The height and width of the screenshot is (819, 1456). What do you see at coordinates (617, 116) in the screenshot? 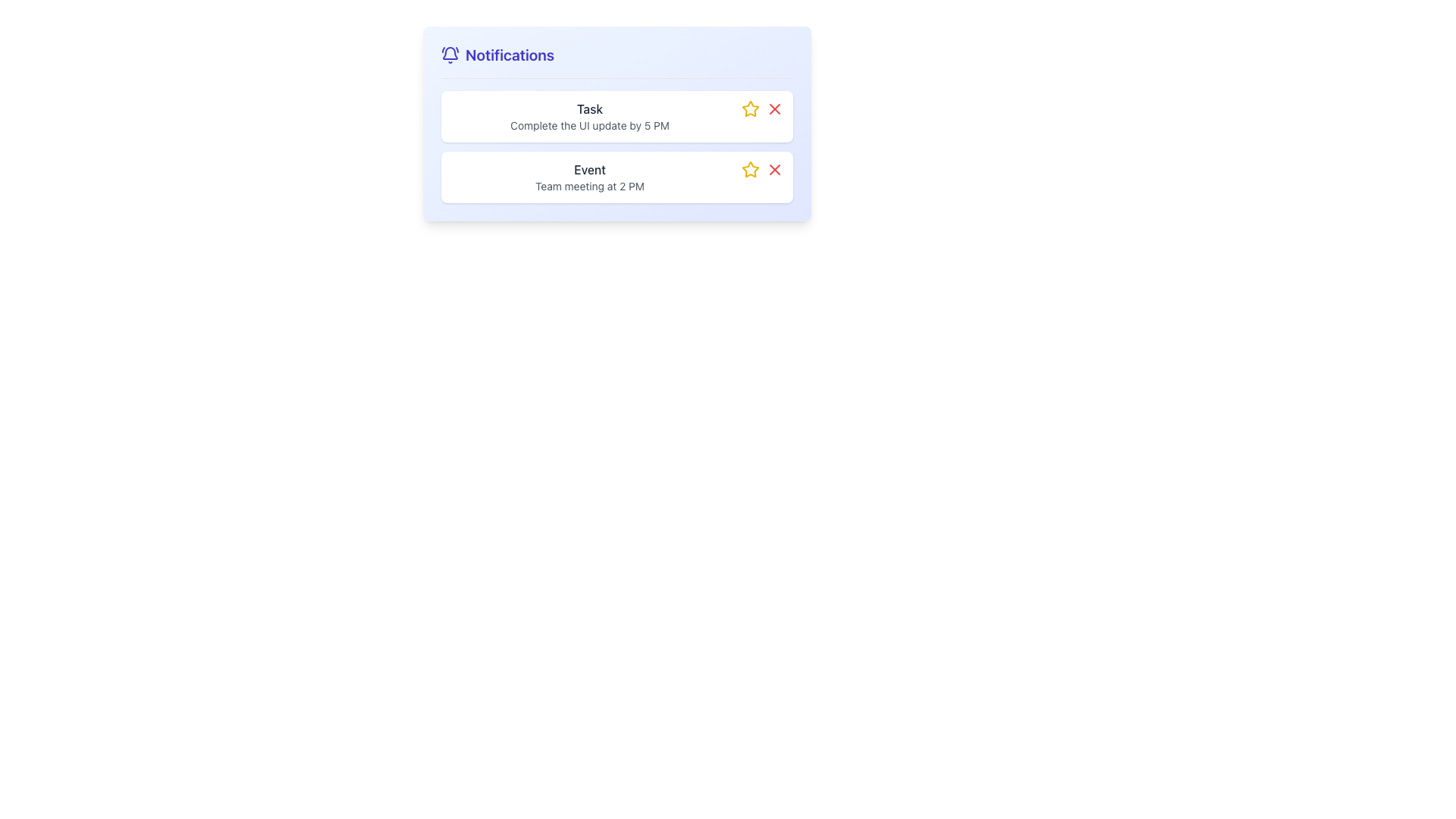
I see `the 'Task' card which contains the text 'Task' in bold and 'Complete the UI update by 5 PM'` at bounding box center [617, 116].